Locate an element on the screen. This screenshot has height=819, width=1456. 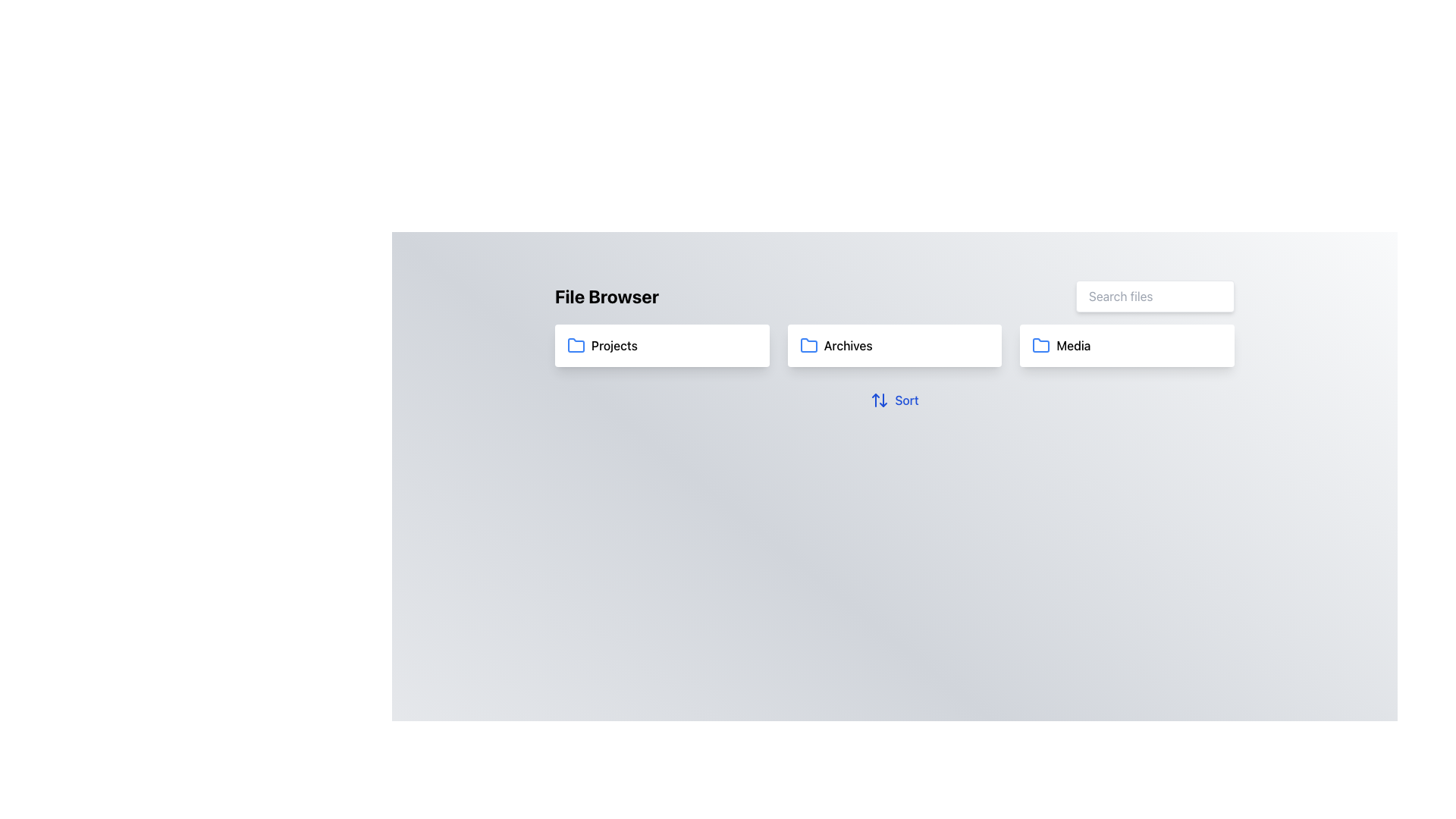
the folder SVG icon located in the first card labeled 'Projects' under the 'File Browser' section is located at coordinates (575, 345).